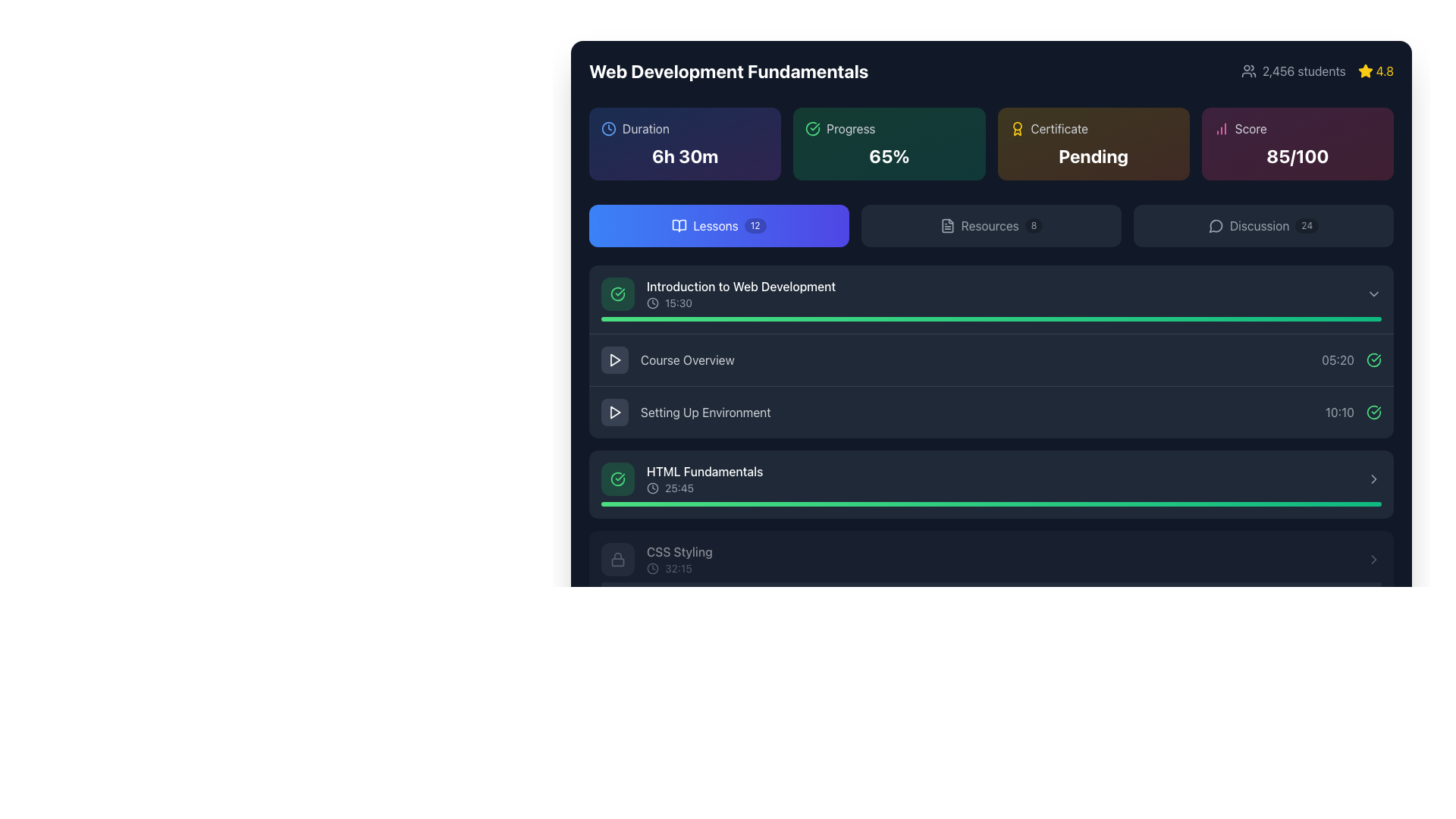  I want to click on the 'Discussion' button with a chat bubble icon and a badge displaying '24', so click(1263, 225).